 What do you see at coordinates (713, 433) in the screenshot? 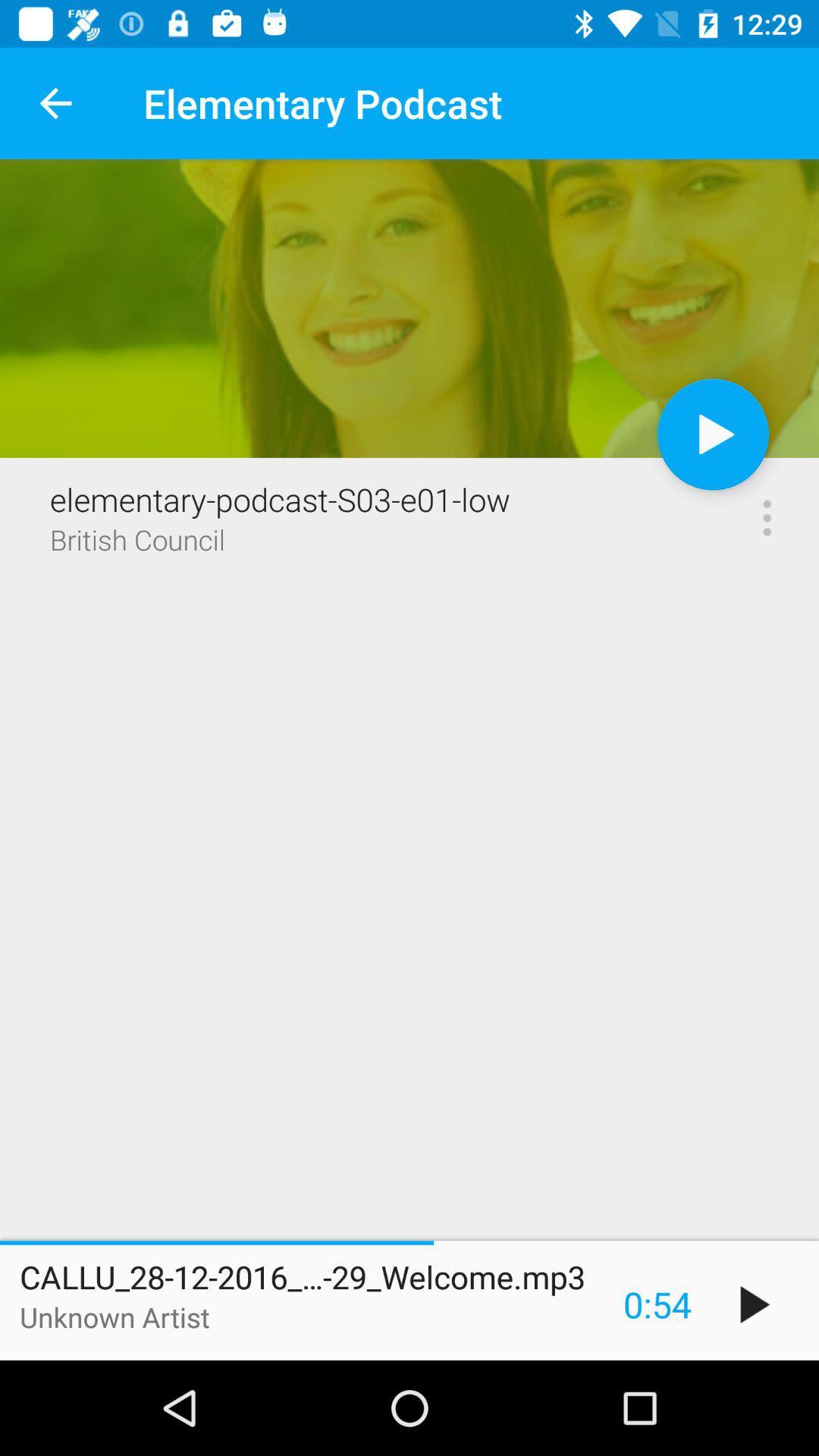
I see `the play icon` at bounding box center [713, 433].